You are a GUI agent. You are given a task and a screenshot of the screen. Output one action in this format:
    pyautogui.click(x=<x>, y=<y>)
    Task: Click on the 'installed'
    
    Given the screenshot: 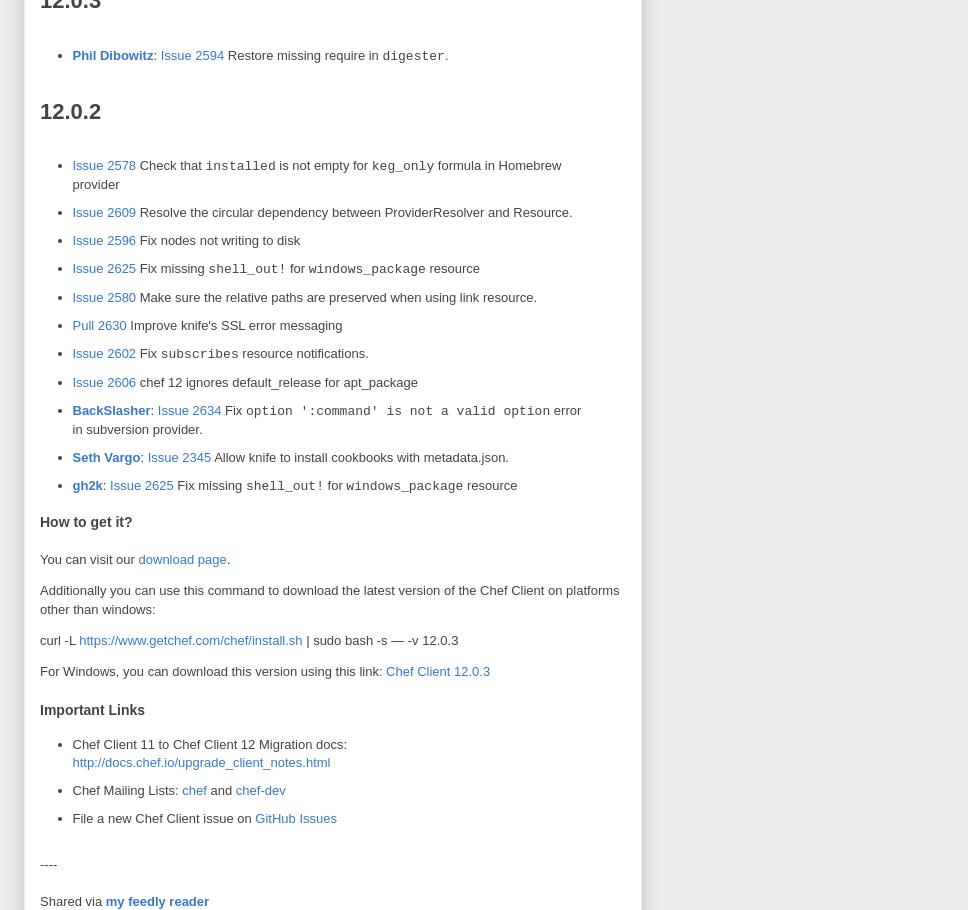 What is the action you would take?
    pyautogui.click(x=238, y=166)
    